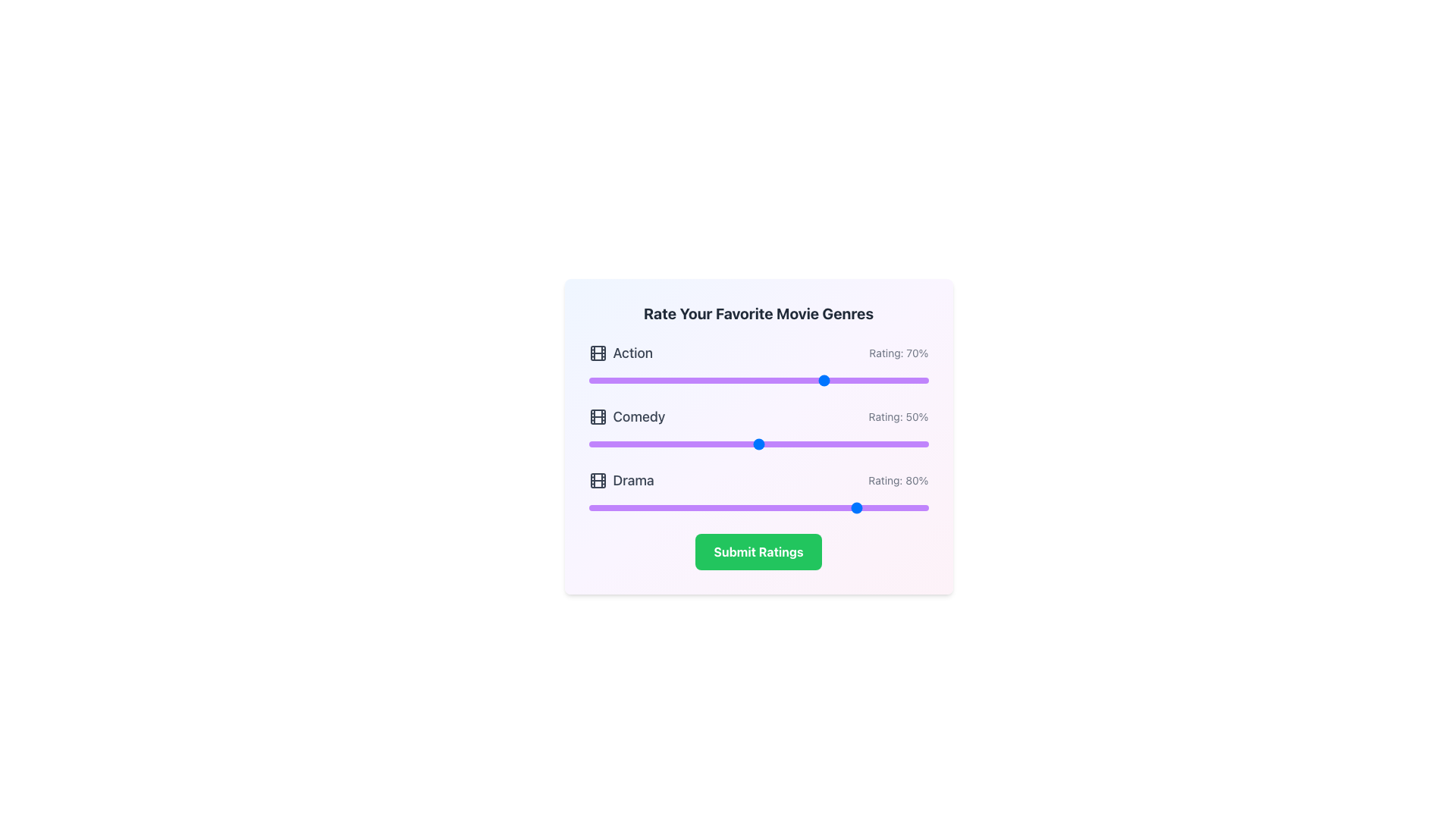 The height and width of the screenshot is (819, 1456). Describe the element at coordinates (597, 480) in the screenshot. I see `the 'Drama' genre icon, which is visually represented and located immediately to the left of the text 'Drama' in the third row of movie genres` at that location.